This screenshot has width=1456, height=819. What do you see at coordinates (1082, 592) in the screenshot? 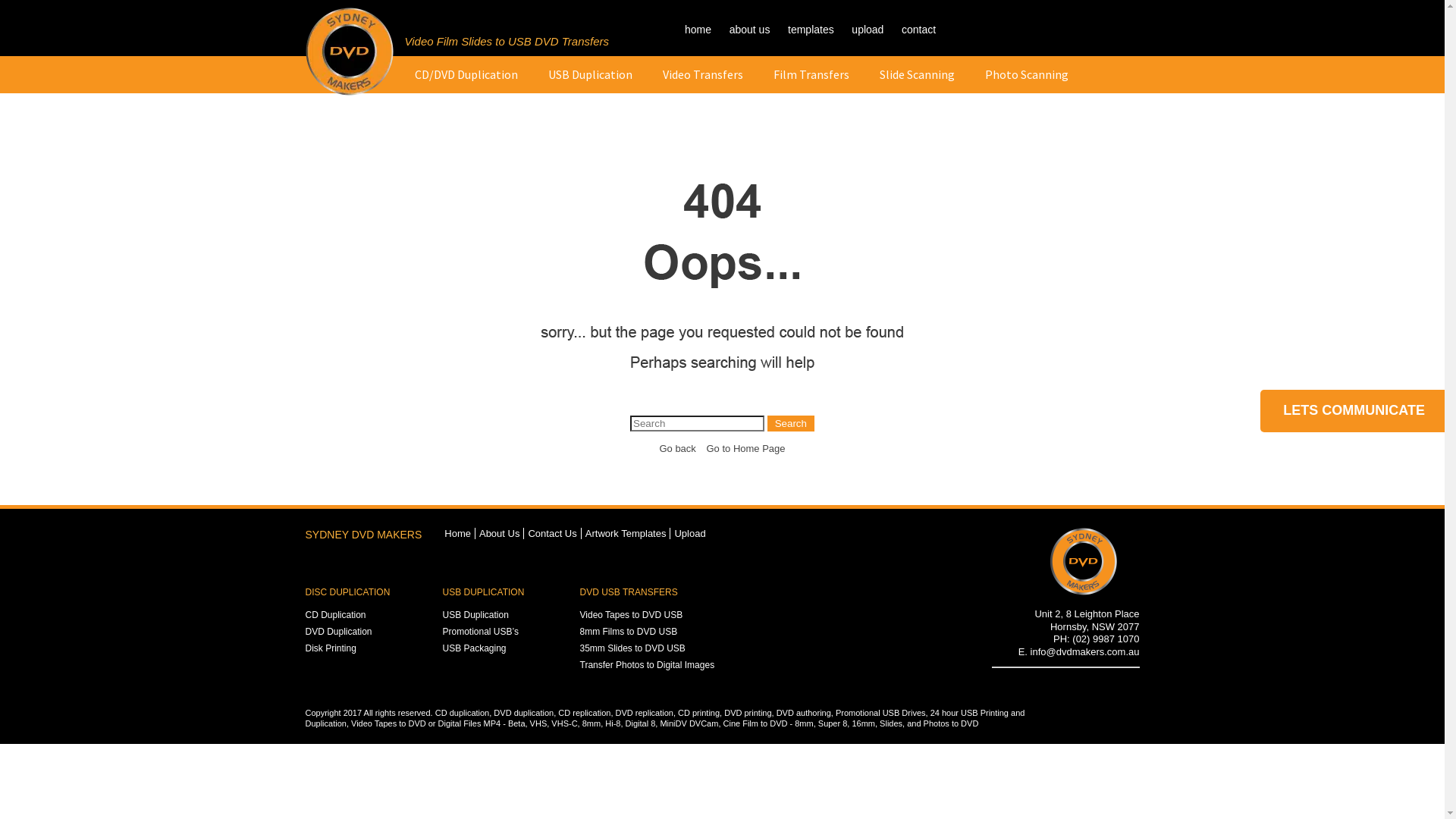
I see `'Footer Logo'` at bounding box center [1082, 592].